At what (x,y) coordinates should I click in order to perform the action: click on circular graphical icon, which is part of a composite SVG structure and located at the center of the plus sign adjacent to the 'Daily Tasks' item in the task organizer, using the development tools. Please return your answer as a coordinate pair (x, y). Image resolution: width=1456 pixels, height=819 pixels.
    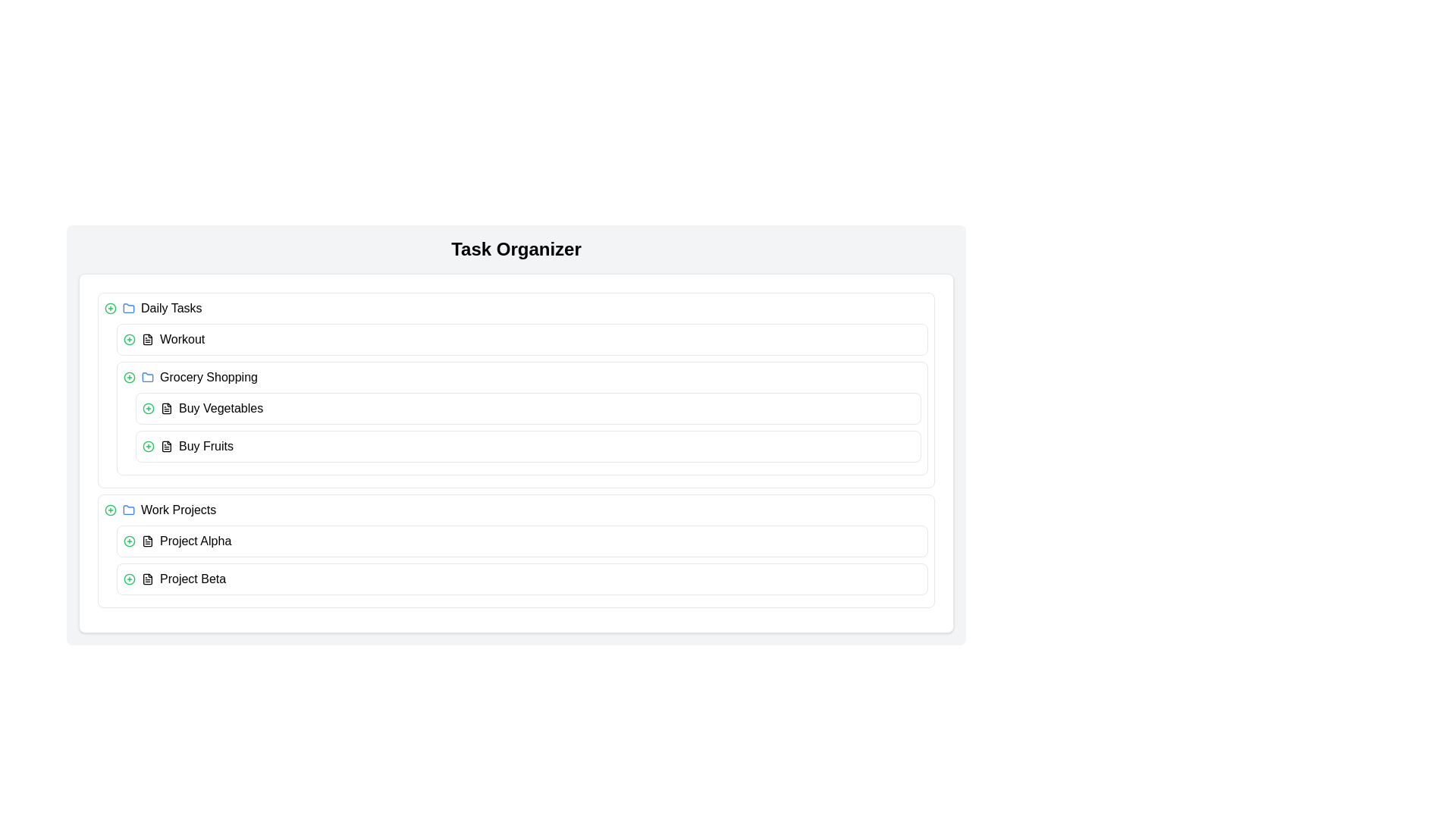
    Looking at the image, I should click on (130, 338).